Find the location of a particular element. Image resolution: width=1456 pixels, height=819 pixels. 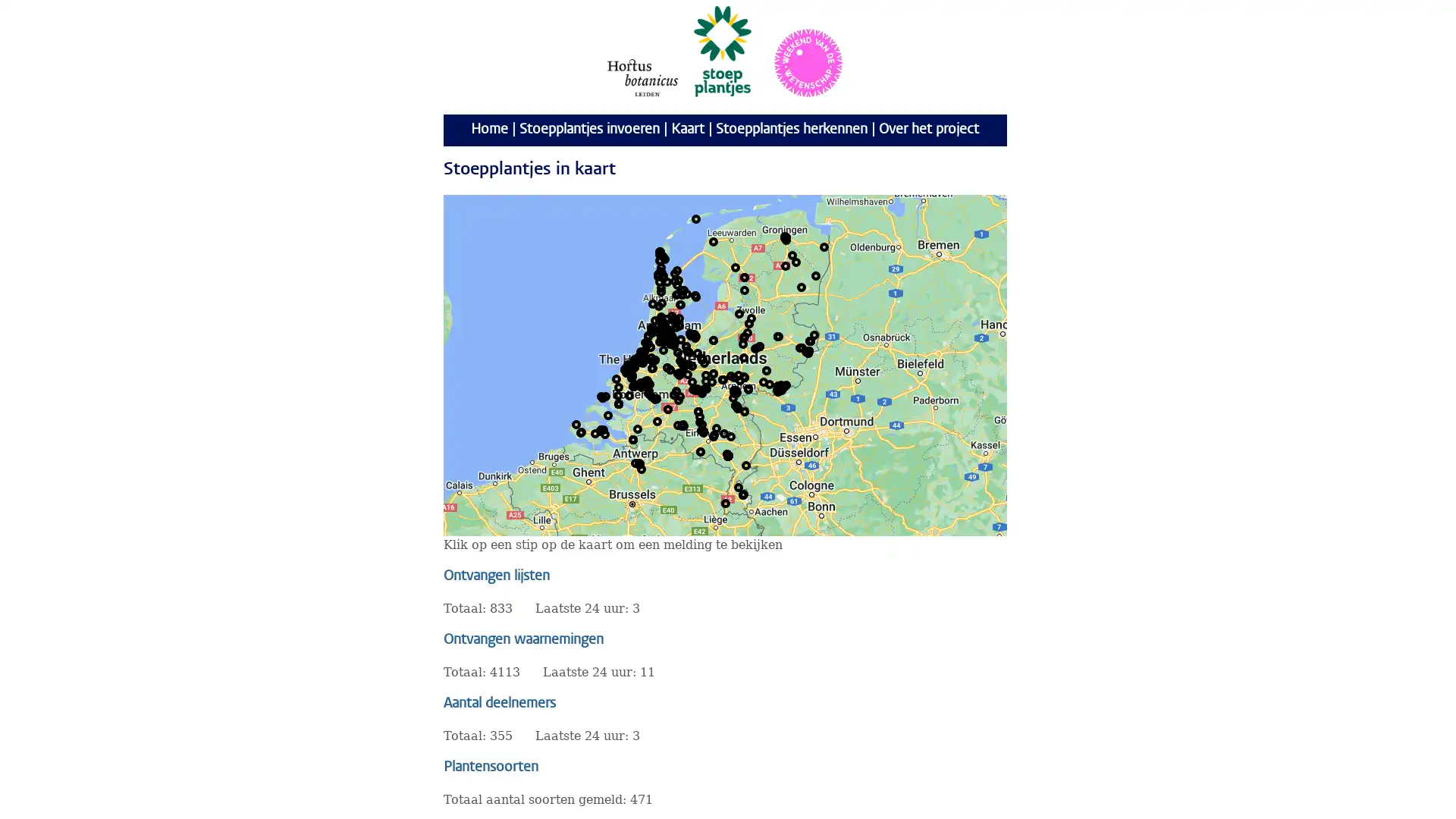

Telling van op 02 mei 2022 is located at coordinates (764, 380).